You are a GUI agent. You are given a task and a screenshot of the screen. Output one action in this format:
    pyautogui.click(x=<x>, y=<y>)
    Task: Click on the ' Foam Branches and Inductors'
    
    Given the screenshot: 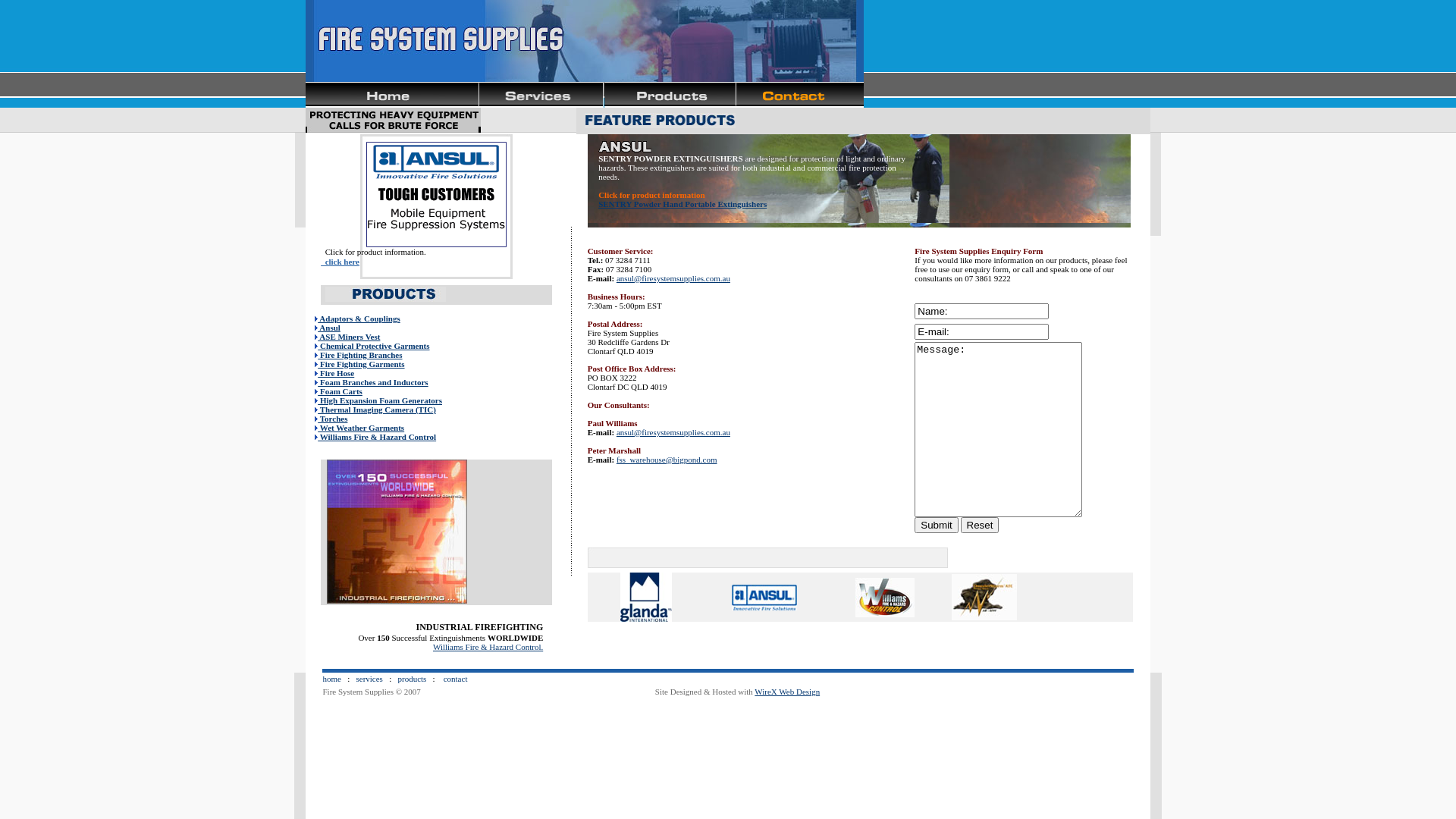 What is the action you would take?
    pyautogui.click(x=371, y=381)
    